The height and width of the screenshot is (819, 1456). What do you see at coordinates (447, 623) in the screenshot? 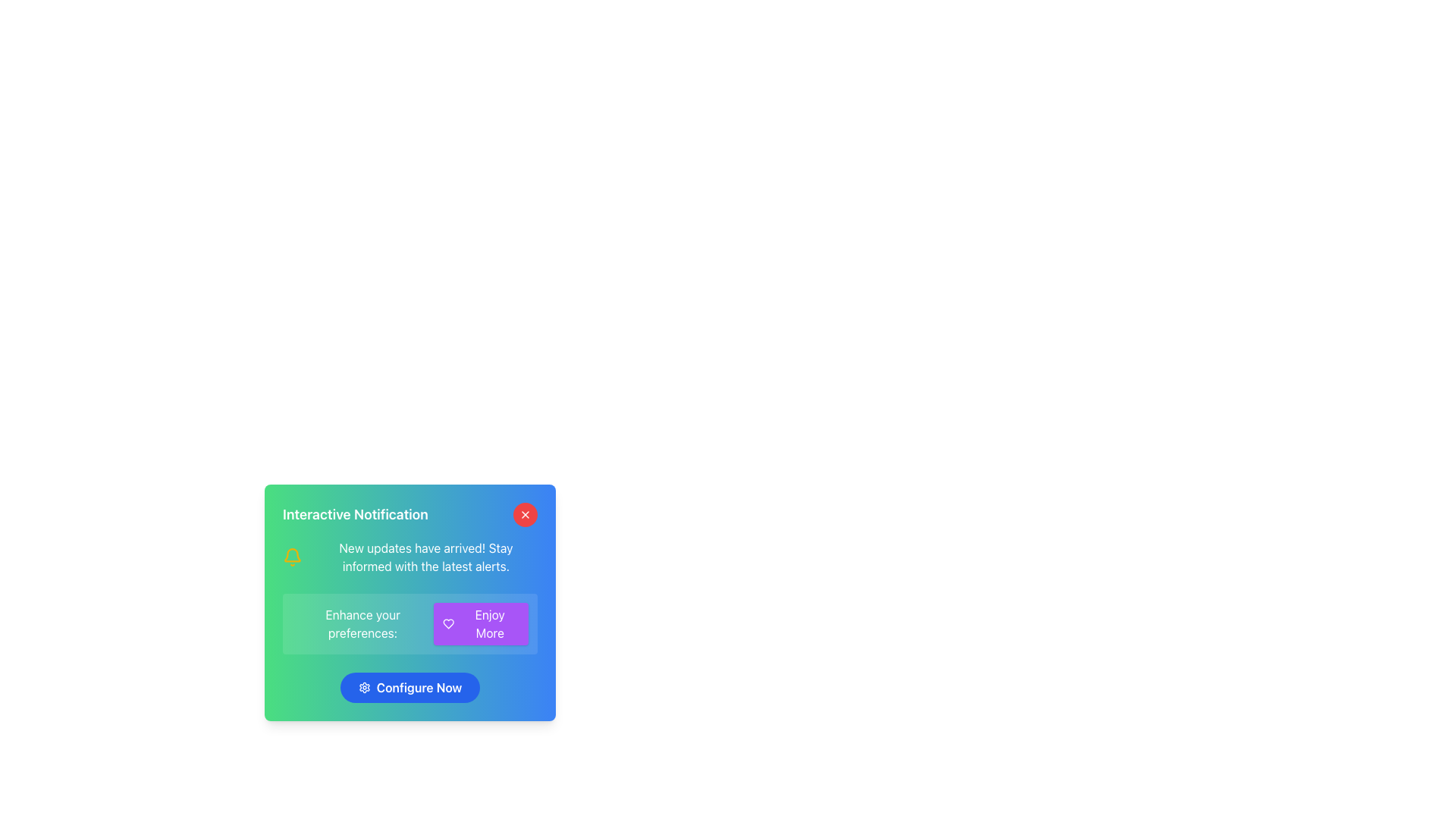
I see `the heart icon located in the bottom-right corner of the notification panel` at bounding box center [447, 623].